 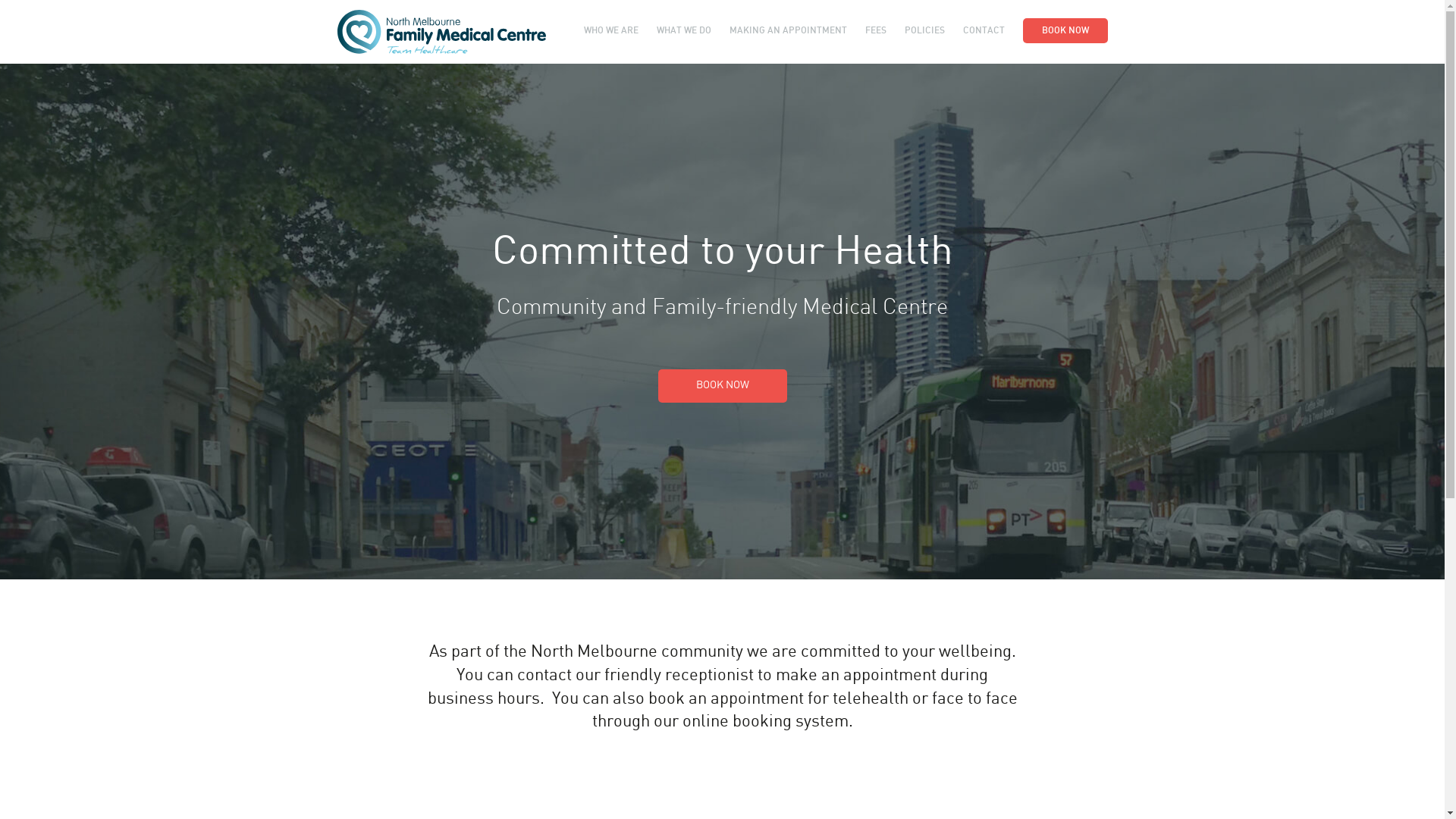 What do you see at coordinates (611, 30) in the screenshot?
I see `'WHO WE ARE'` at bounding box center [611, 30].